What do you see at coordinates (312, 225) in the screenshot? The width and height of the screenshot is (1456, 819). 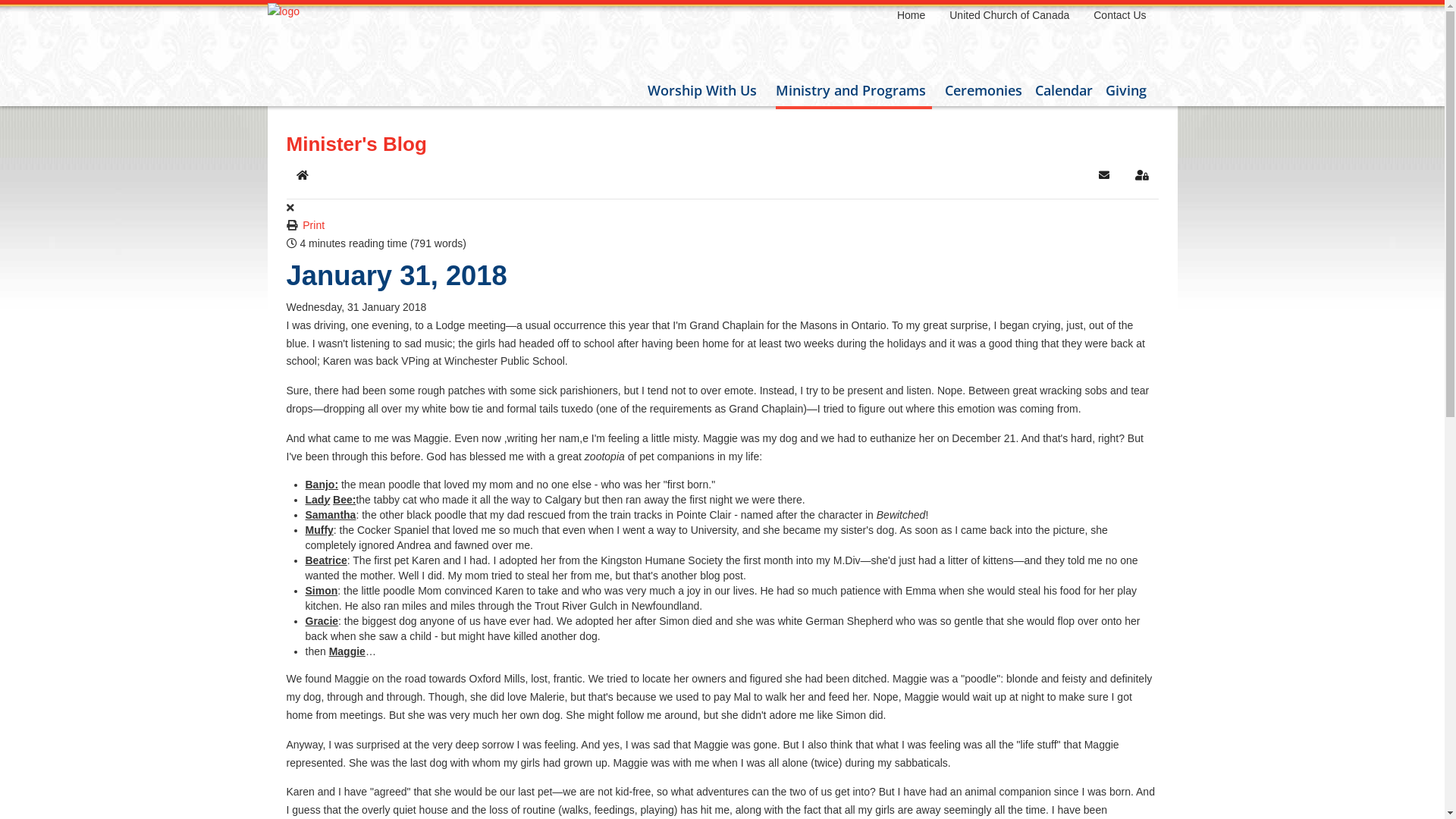 I see `'Print'` at bounding box center [312, 225].